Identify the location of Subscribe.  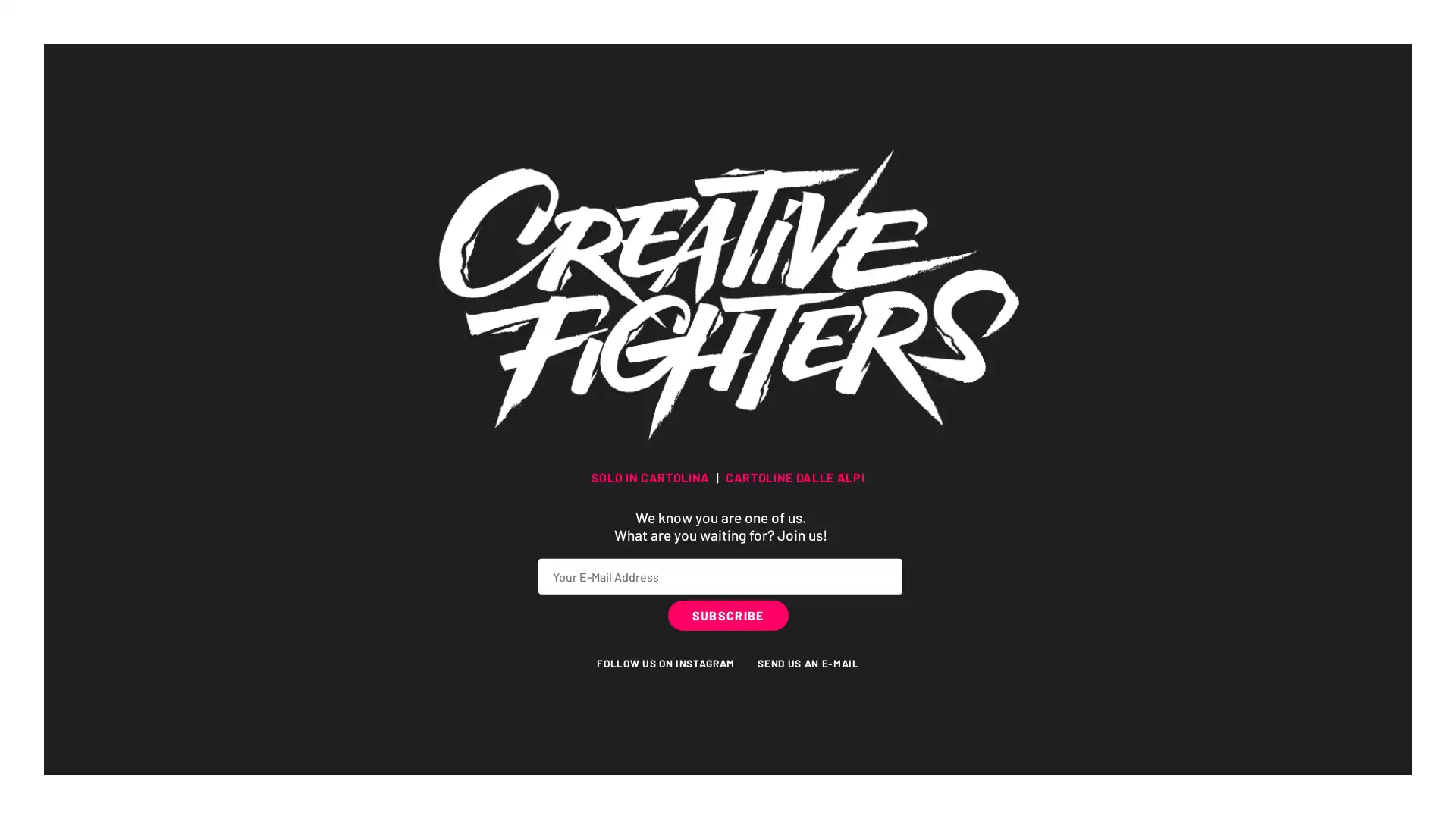
(726, 614).